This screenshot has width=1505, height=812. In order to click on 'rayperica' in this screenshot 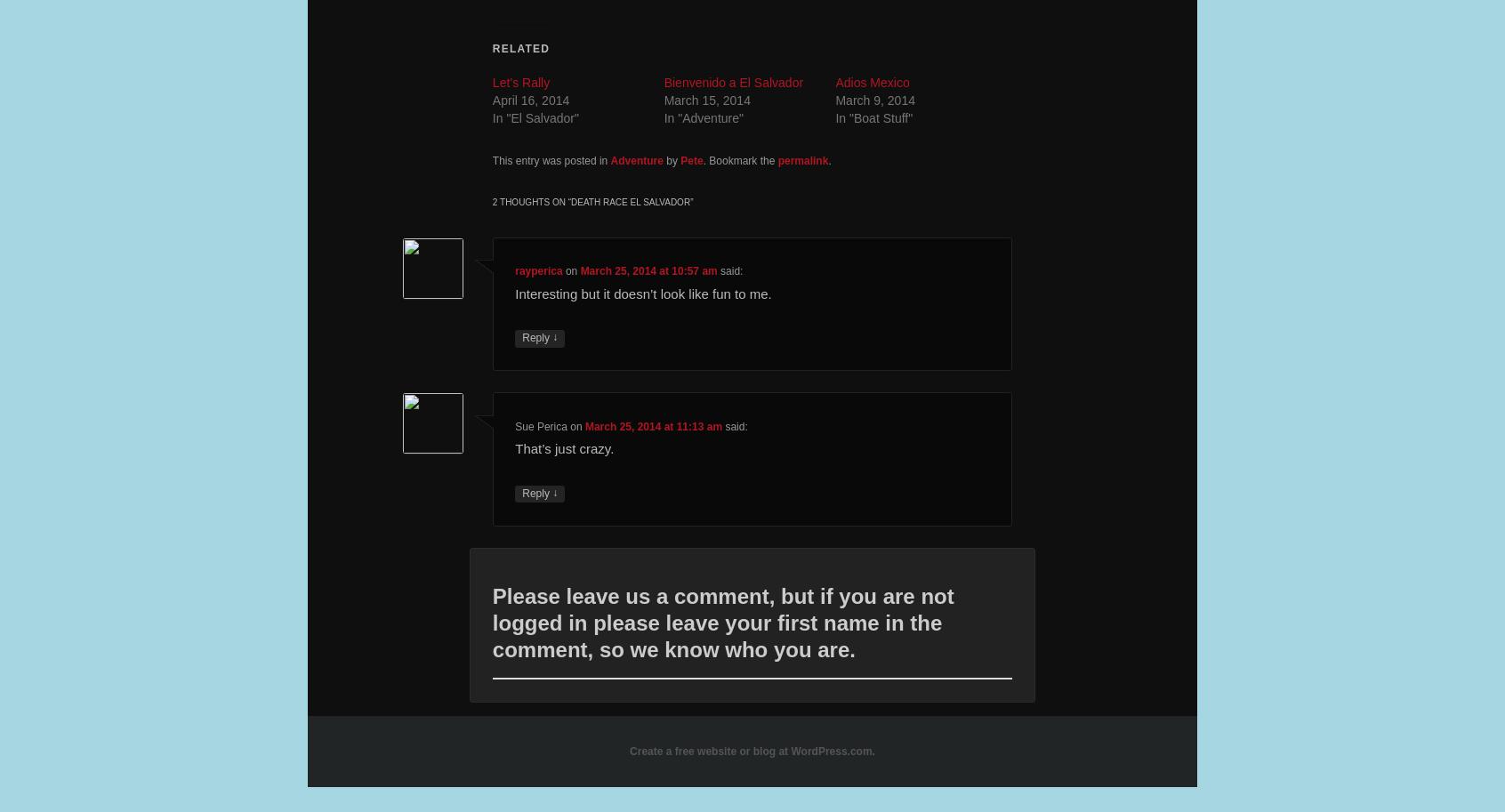, I will do `click(537, 270)`.